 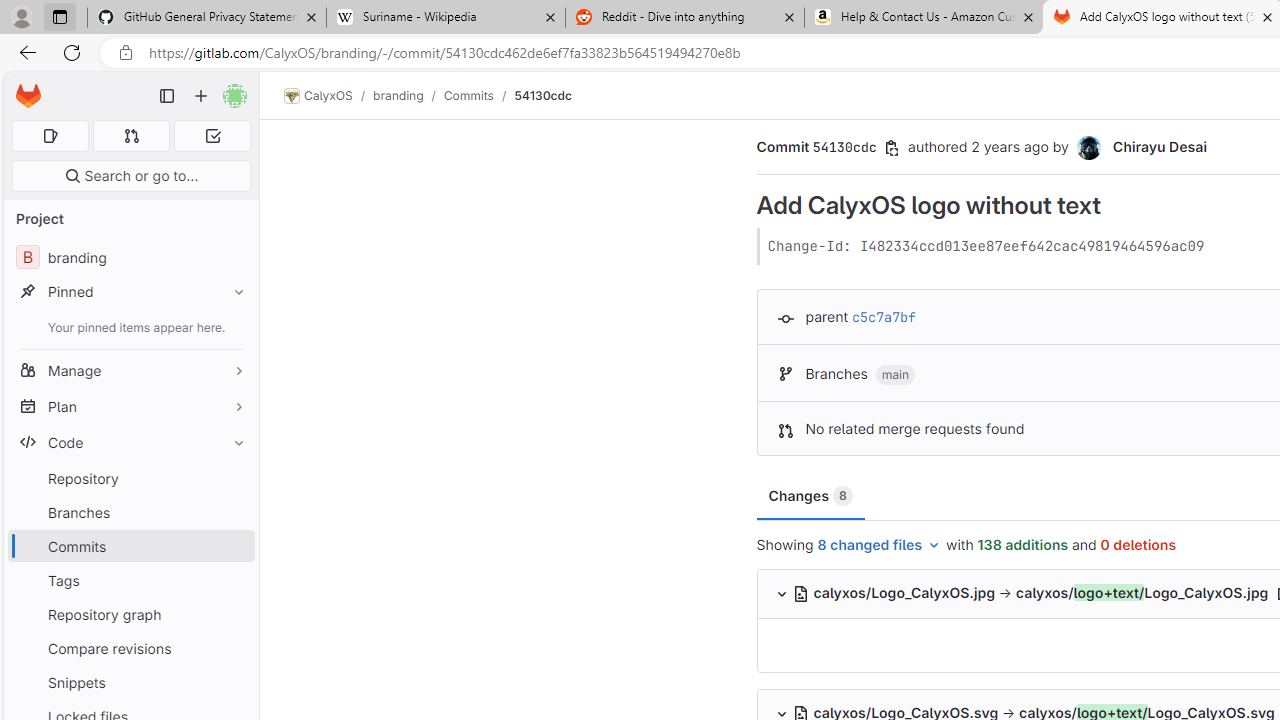 What do you see at coordinates (201, 96) in the screenshot?
I see `'Create new...'` at bounding box center [201, 96].